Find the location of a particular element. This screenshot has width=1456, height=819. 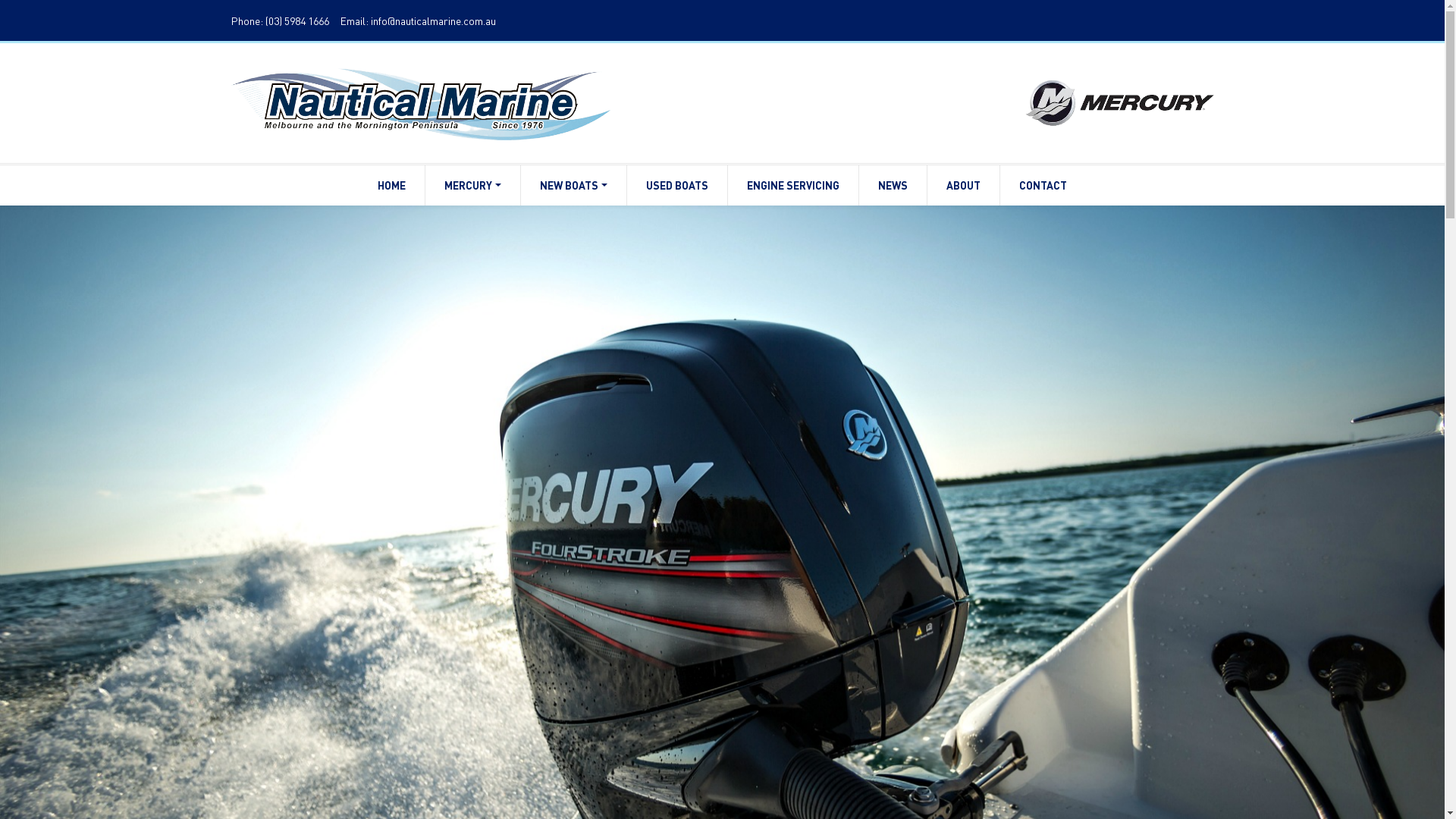

'Phone: (03) 5984 1666' is located at coordinates (279, 20).